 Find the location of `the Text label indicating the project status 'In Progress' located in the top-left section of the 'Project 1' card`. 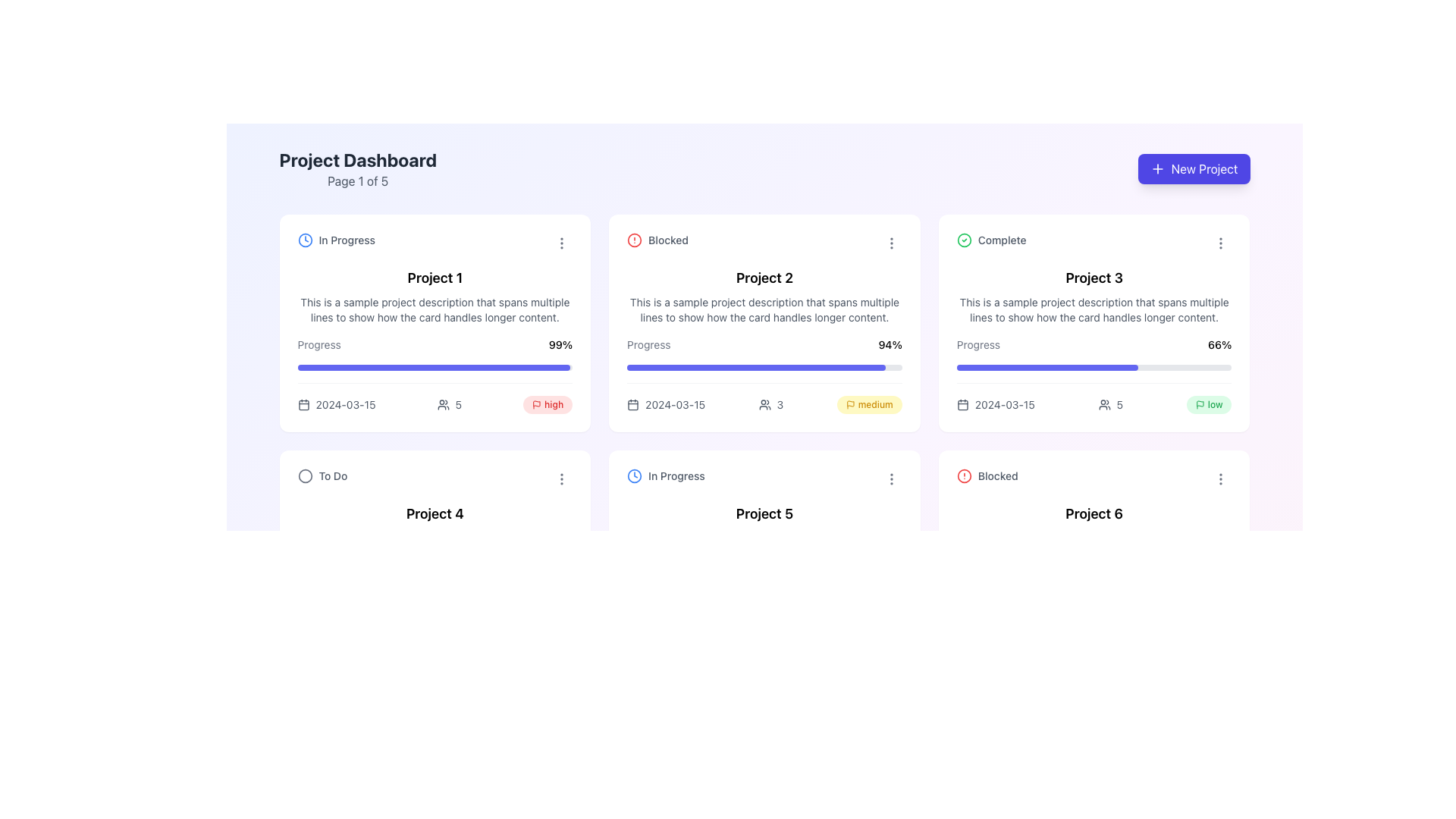

the Text label indicating the project status 'In Progress' located in the top-left section of the 'Project 1' card is located at coordinates (346, 239).